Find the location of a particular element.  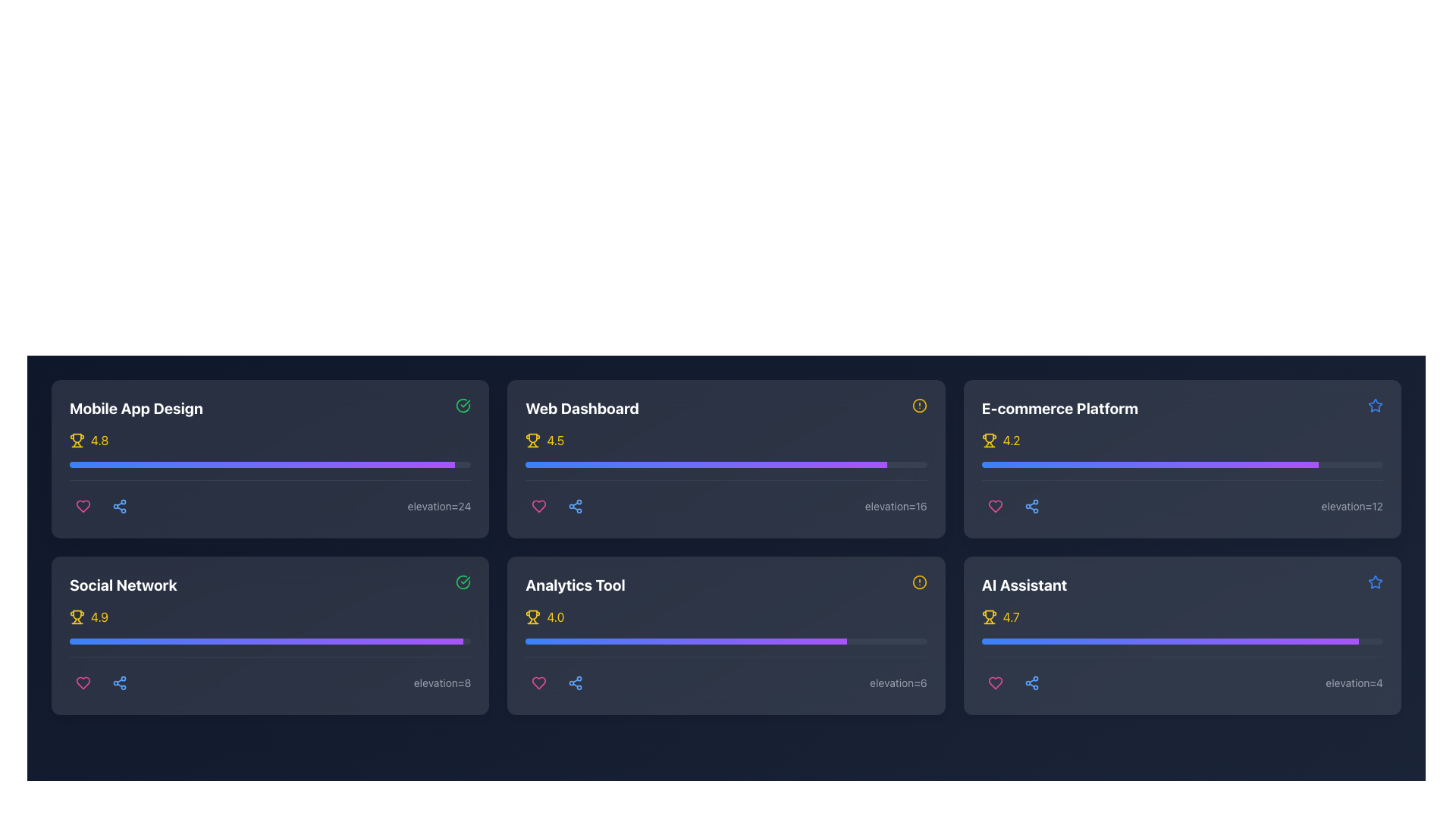

the progress status of the gradient progress bar located below the yellow trophy icon and above the elevation text within the 'Mobile App Design' card is located at coordinates (270, 475).